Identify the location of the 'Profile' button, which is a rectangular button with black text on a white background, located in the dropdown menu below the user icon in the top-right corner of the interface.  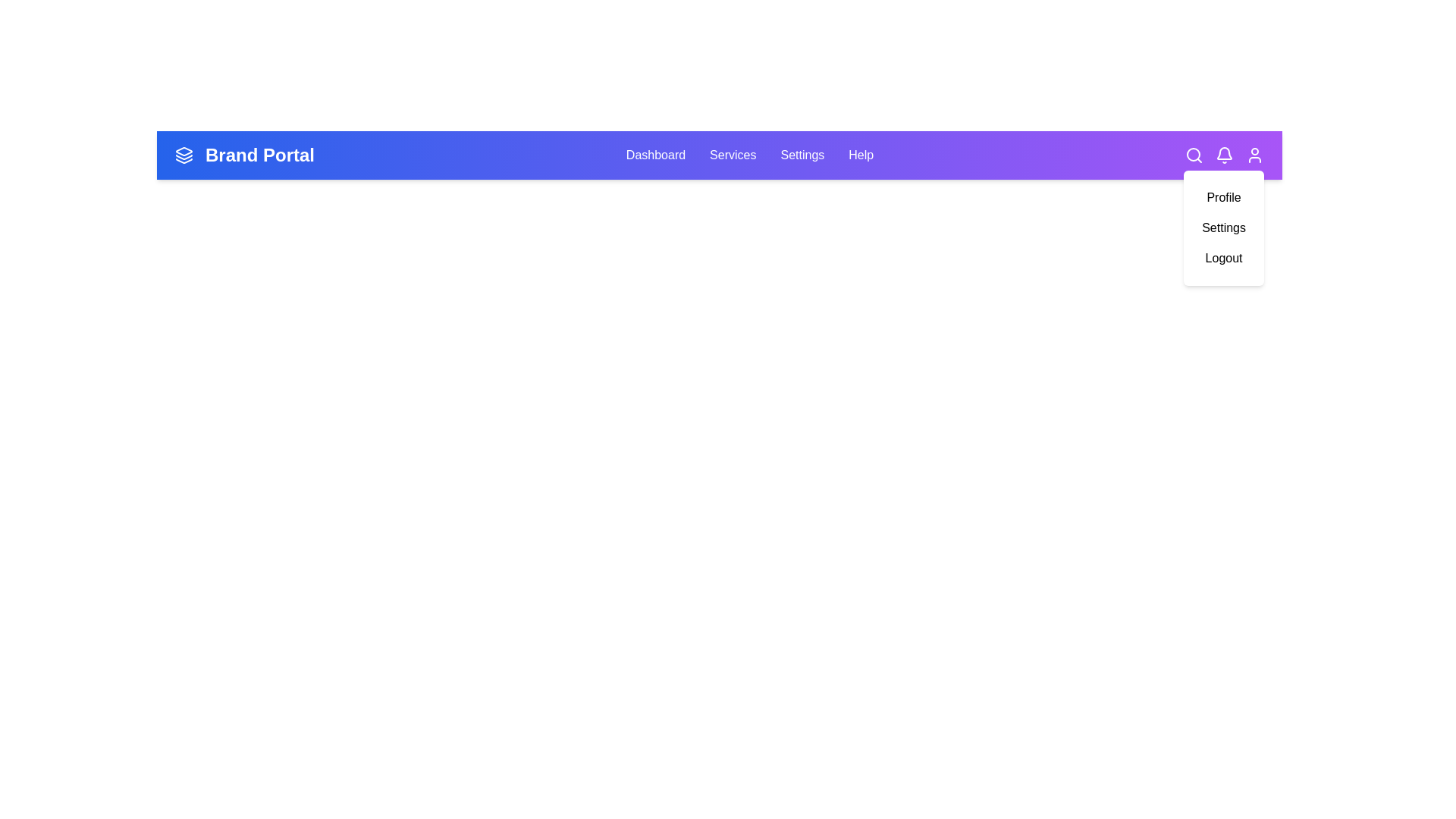
(1224, 197).